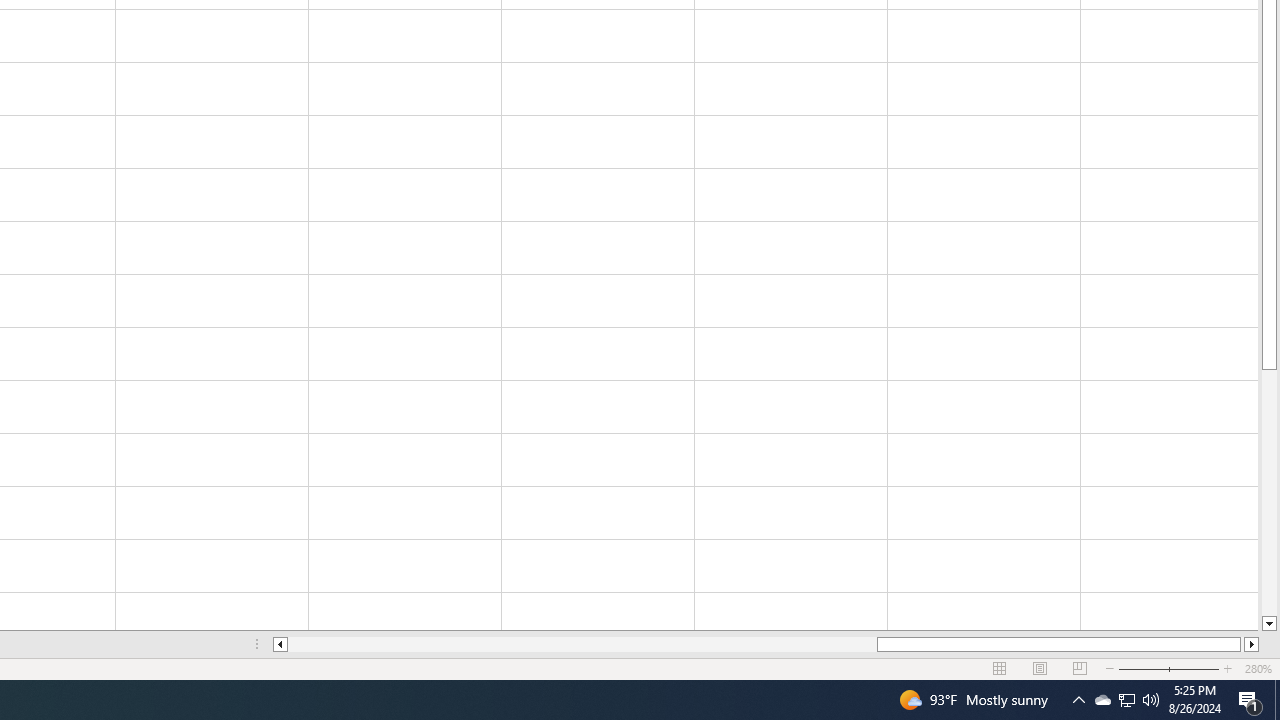 Image resolution: width=1280 pixels, height=720 pixels. I want to click on 'Zoom In', so click(1226, 669).